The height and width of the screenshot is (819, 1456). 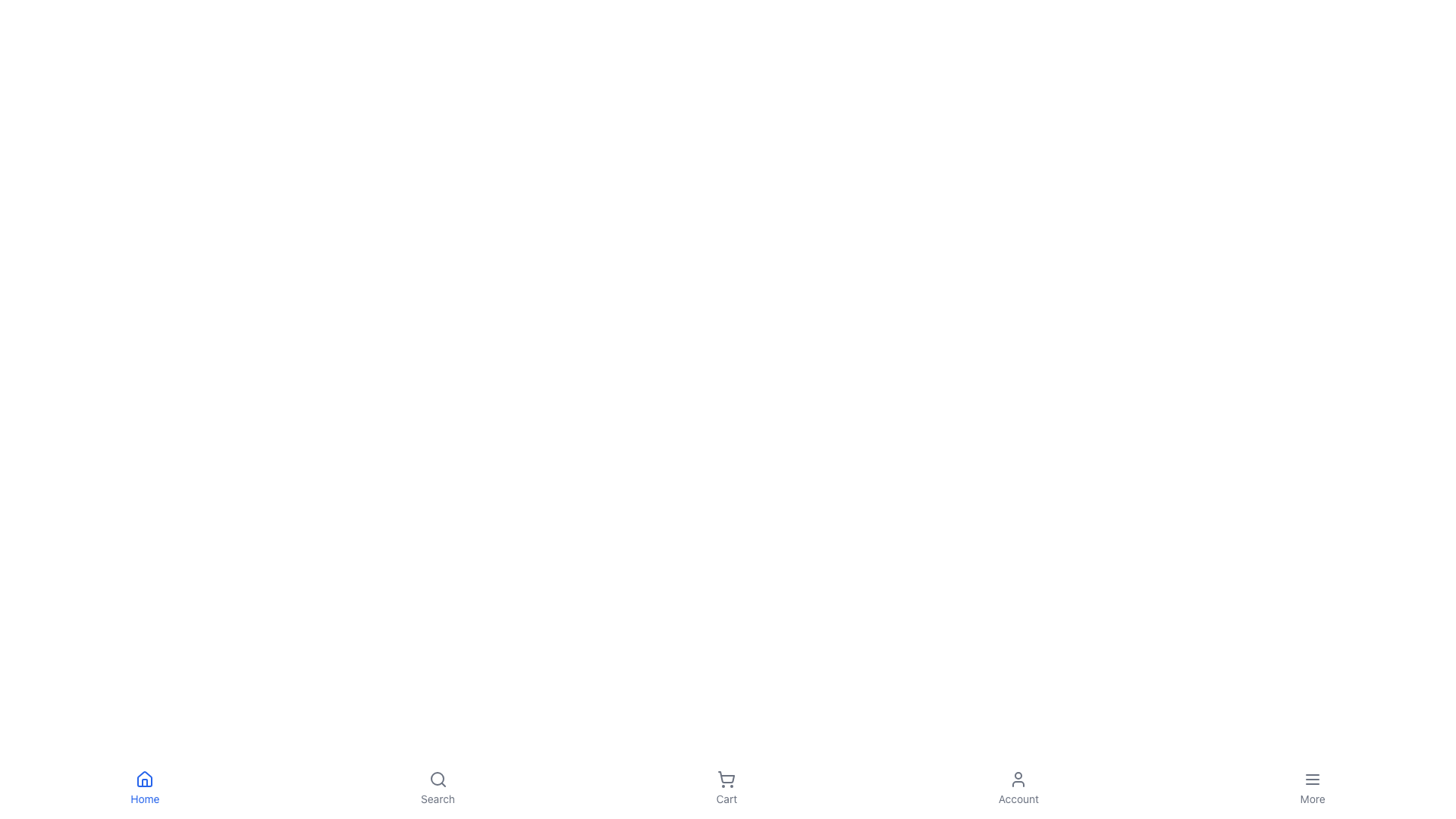 What do you see at coordinates (1018, 788) in the screenshot?
I see `the Navigation button that accesses the user account section, located as the fourth element in the navigation bar between 'Cart' and 'More', to change its color` at bounding box center [1018, 788].